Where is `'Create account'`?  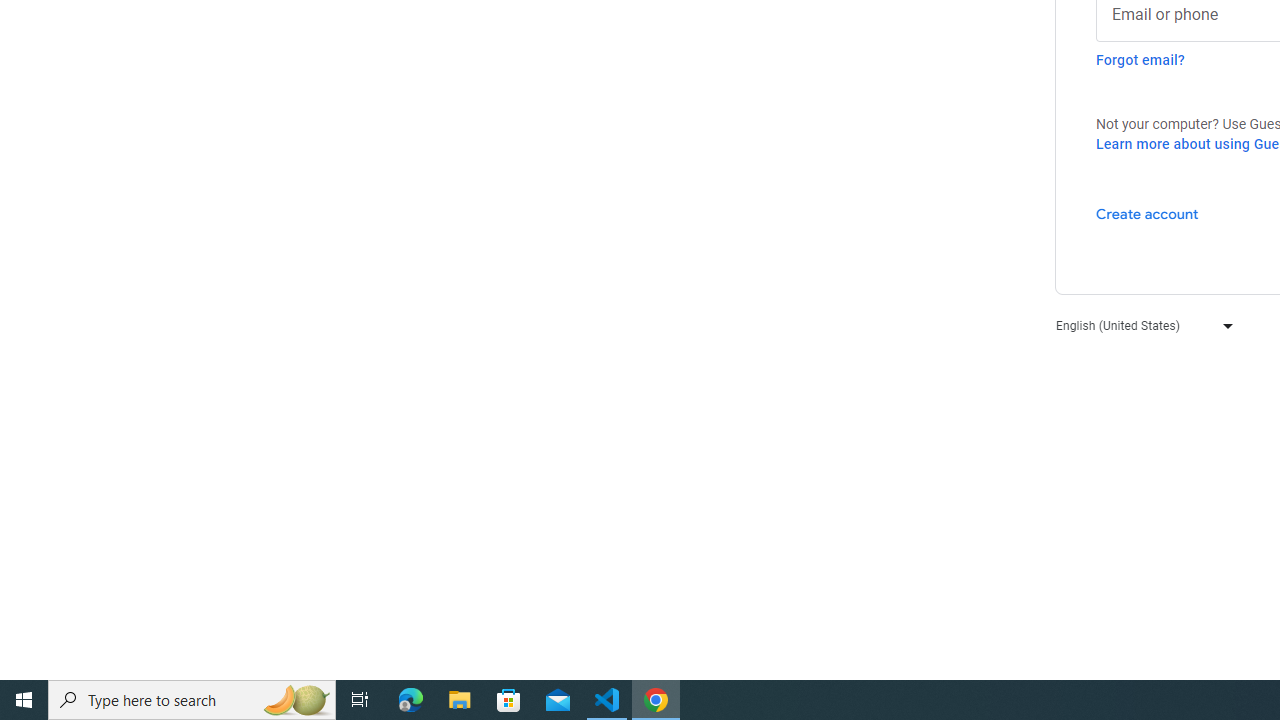
'Create account' is located at coordinates (1146, 213).